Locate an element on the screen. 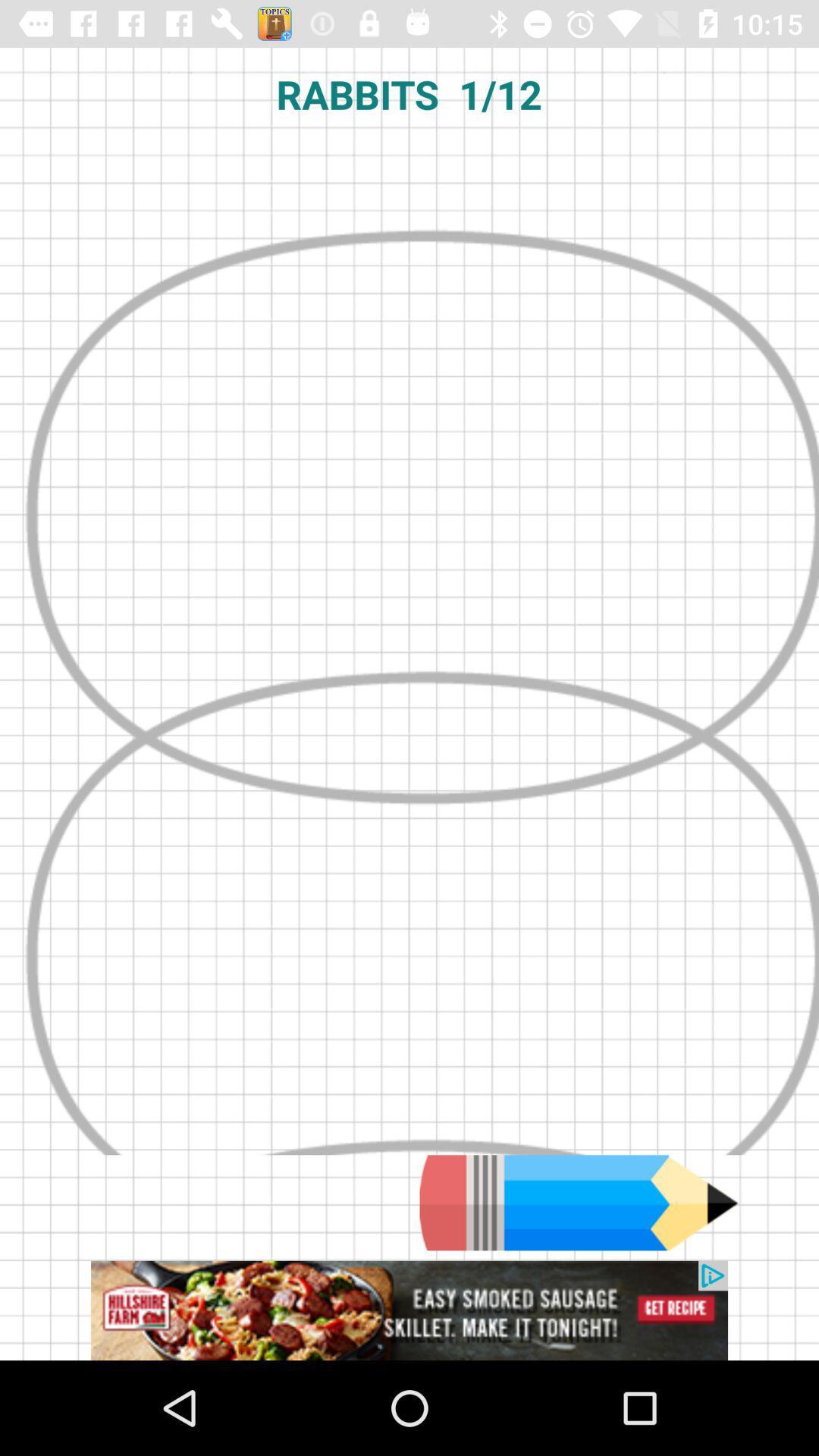 The height and width of the screenshot is (1456, 819). advertisement is located at coordinates (409, 1310).